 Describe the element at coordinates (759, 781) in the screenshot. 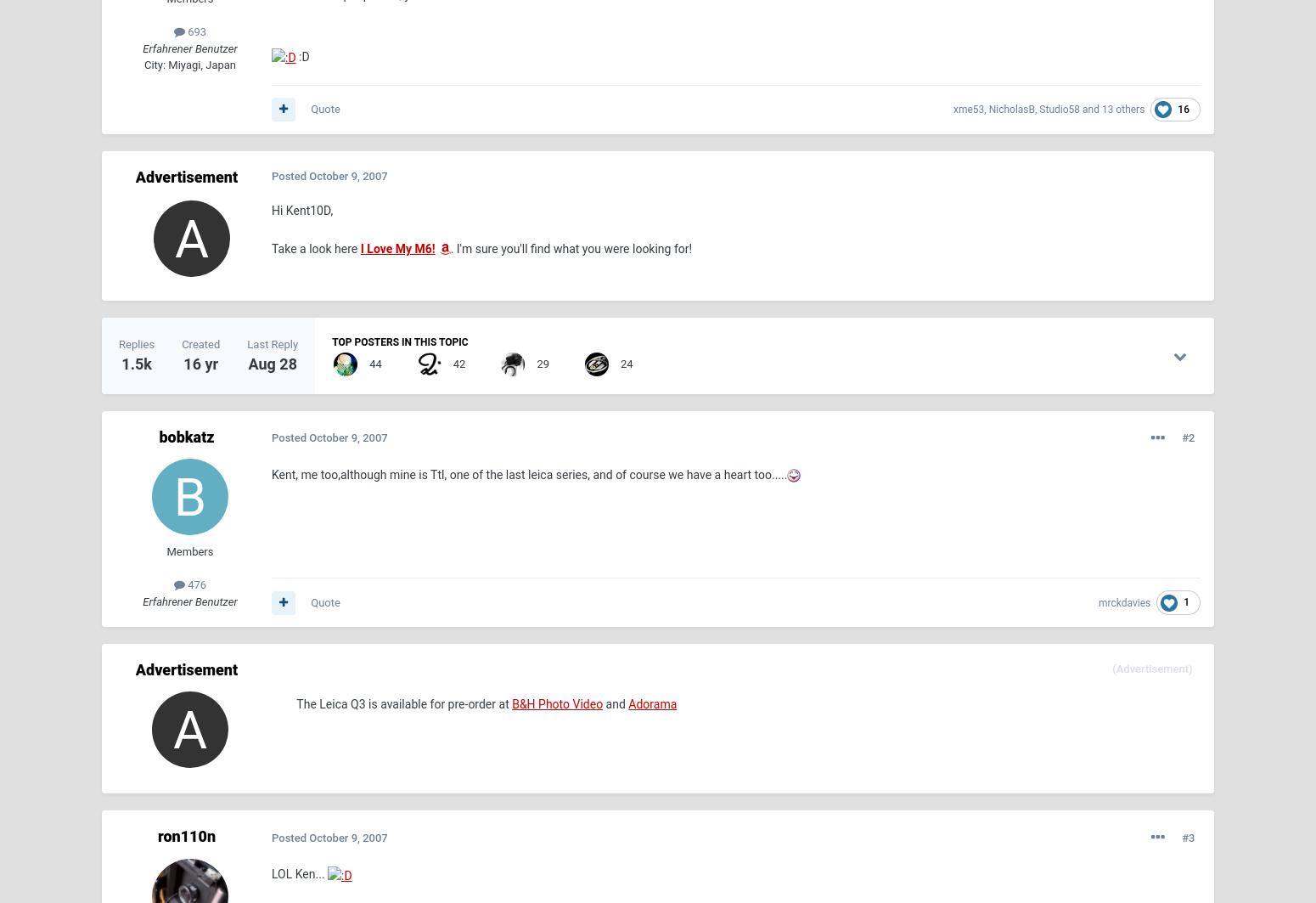

I see `'Fuji X Forum'` at that location.